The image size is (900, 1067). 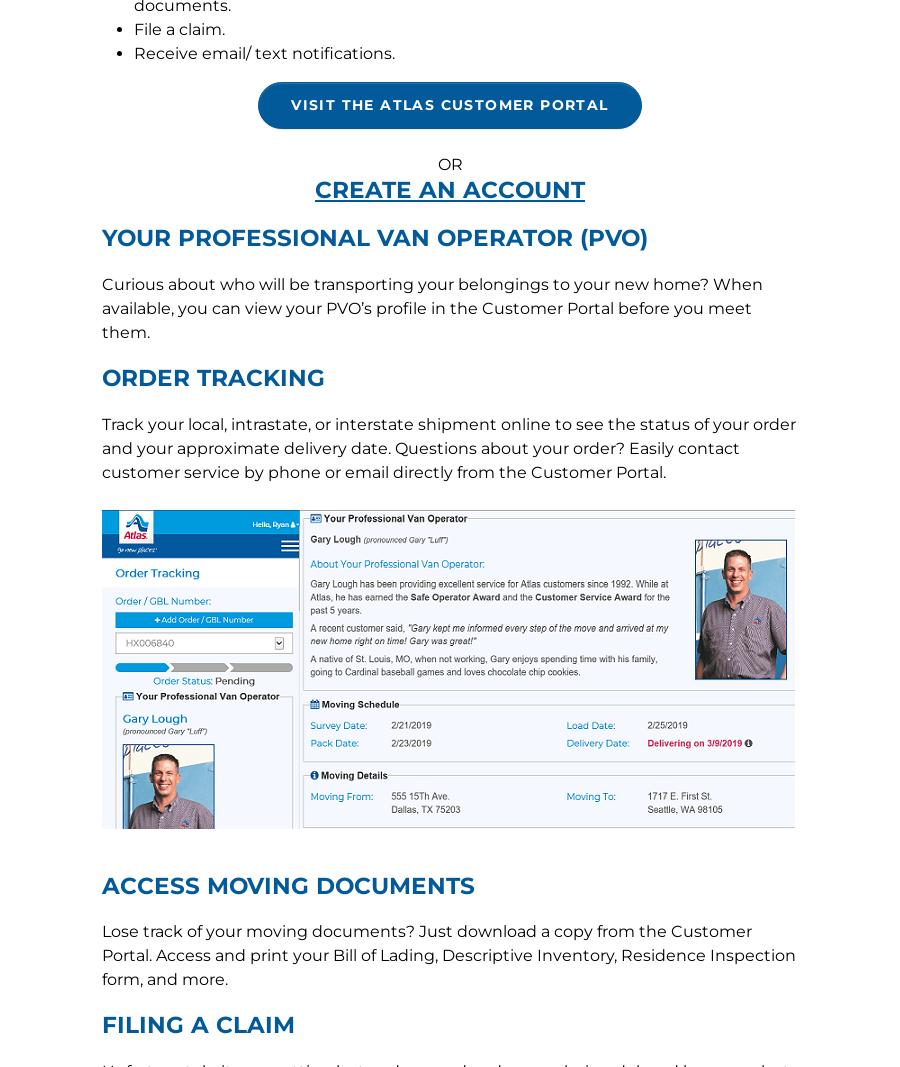 I want to click on '1212 Saint George Road, Evansville, IN 47711', so click(x=450, y=449).